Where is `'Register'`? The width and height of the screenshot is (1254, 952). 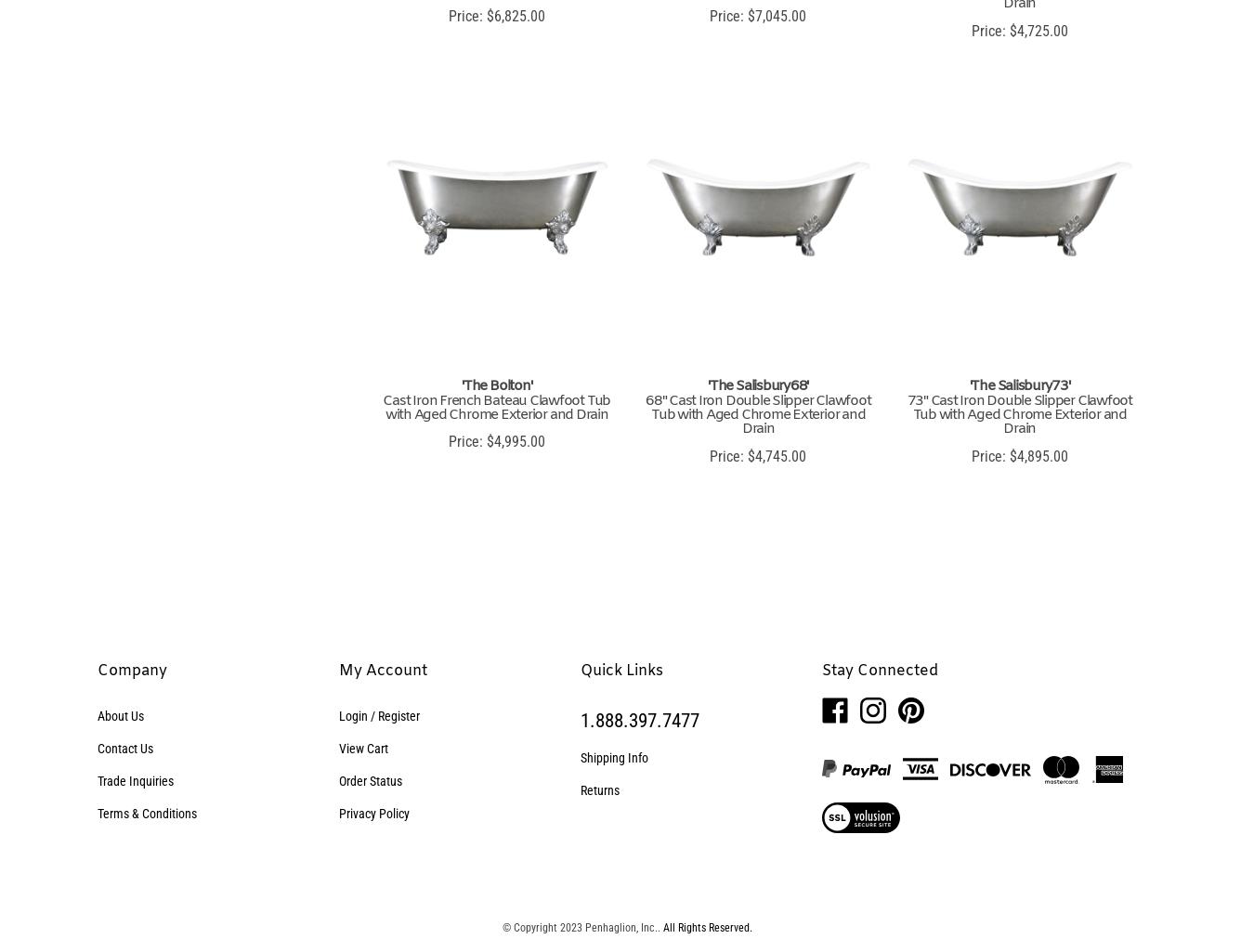
'Register' is located at coordinates (398, 714).